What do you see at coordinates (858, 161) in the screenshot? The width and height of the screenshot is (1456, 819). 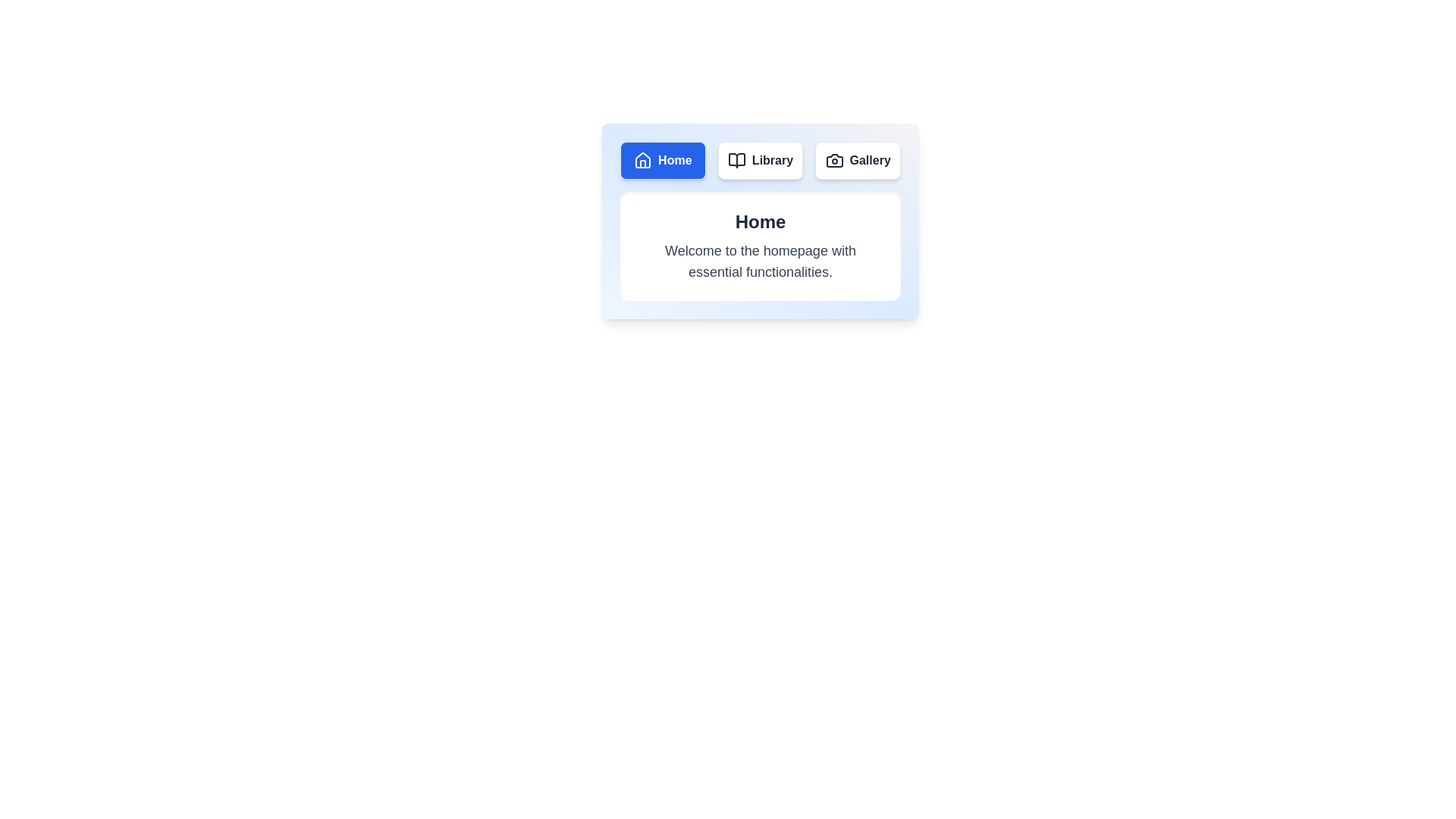 I see `the Gallery tab by clicking on its button` at bounding box center [858, 161].